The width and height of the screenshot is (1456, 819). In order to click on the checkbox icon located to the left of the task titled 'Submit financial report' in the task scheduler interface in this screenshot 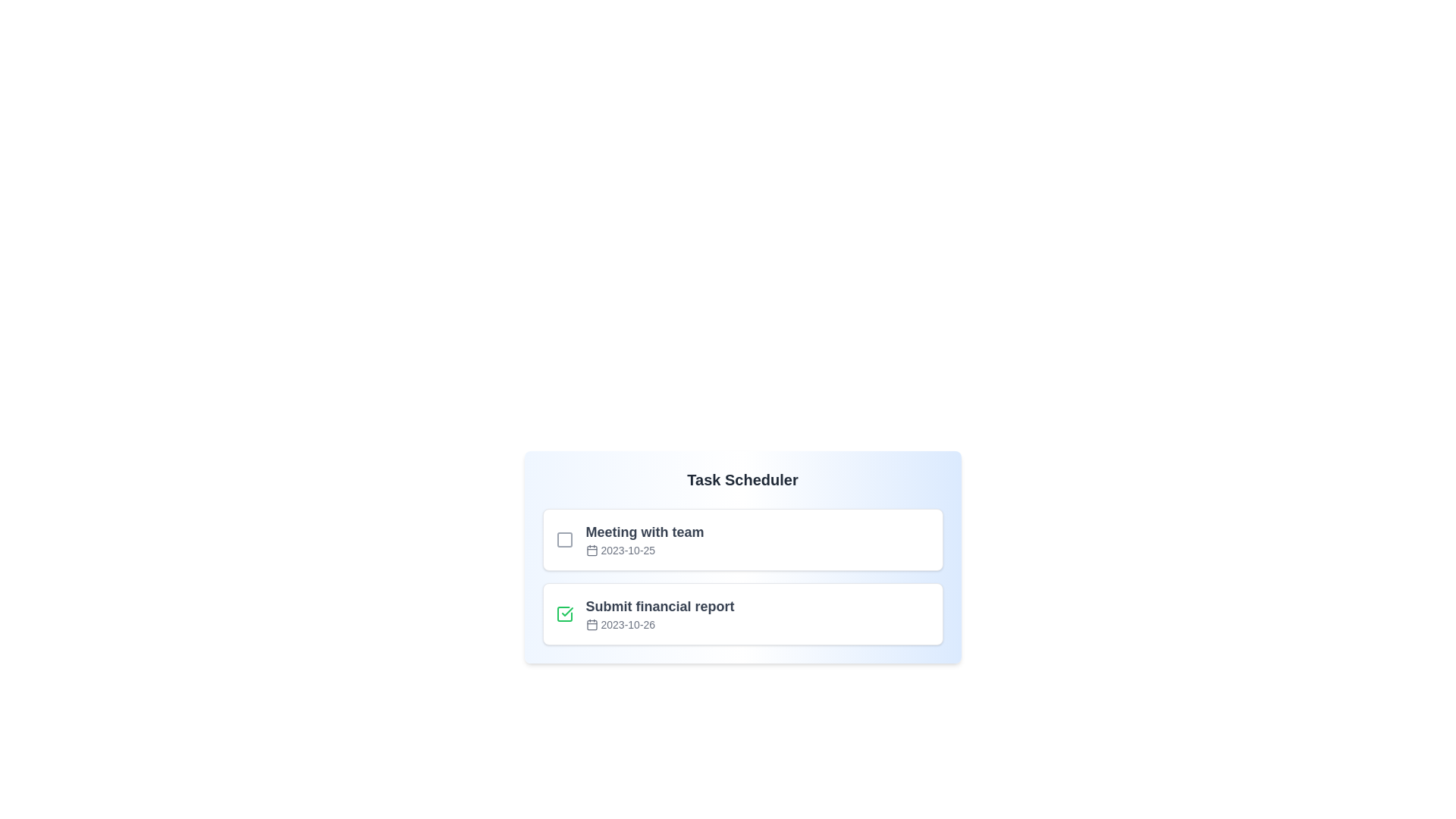, I will do `click(563, 614)`.